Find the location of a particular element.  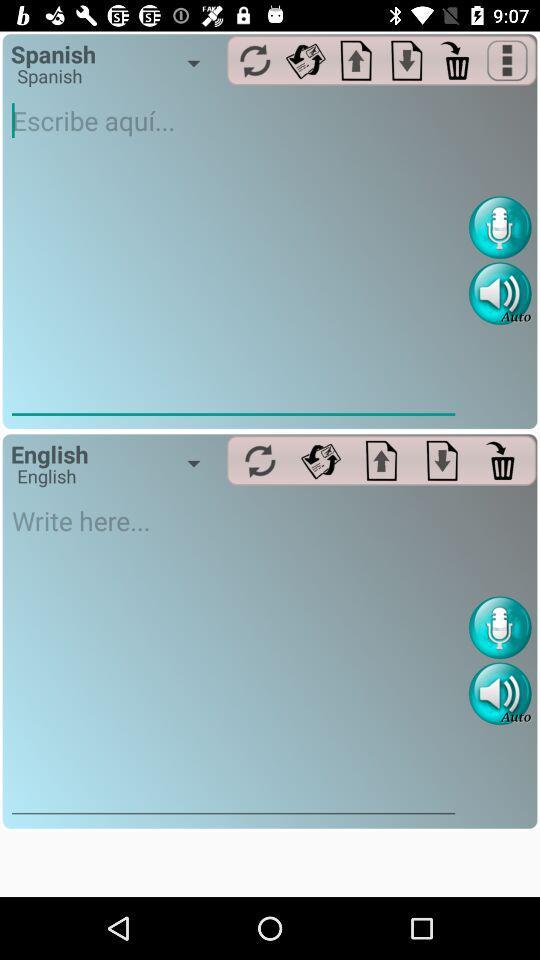

volume control is located at coordinates (499, 693).